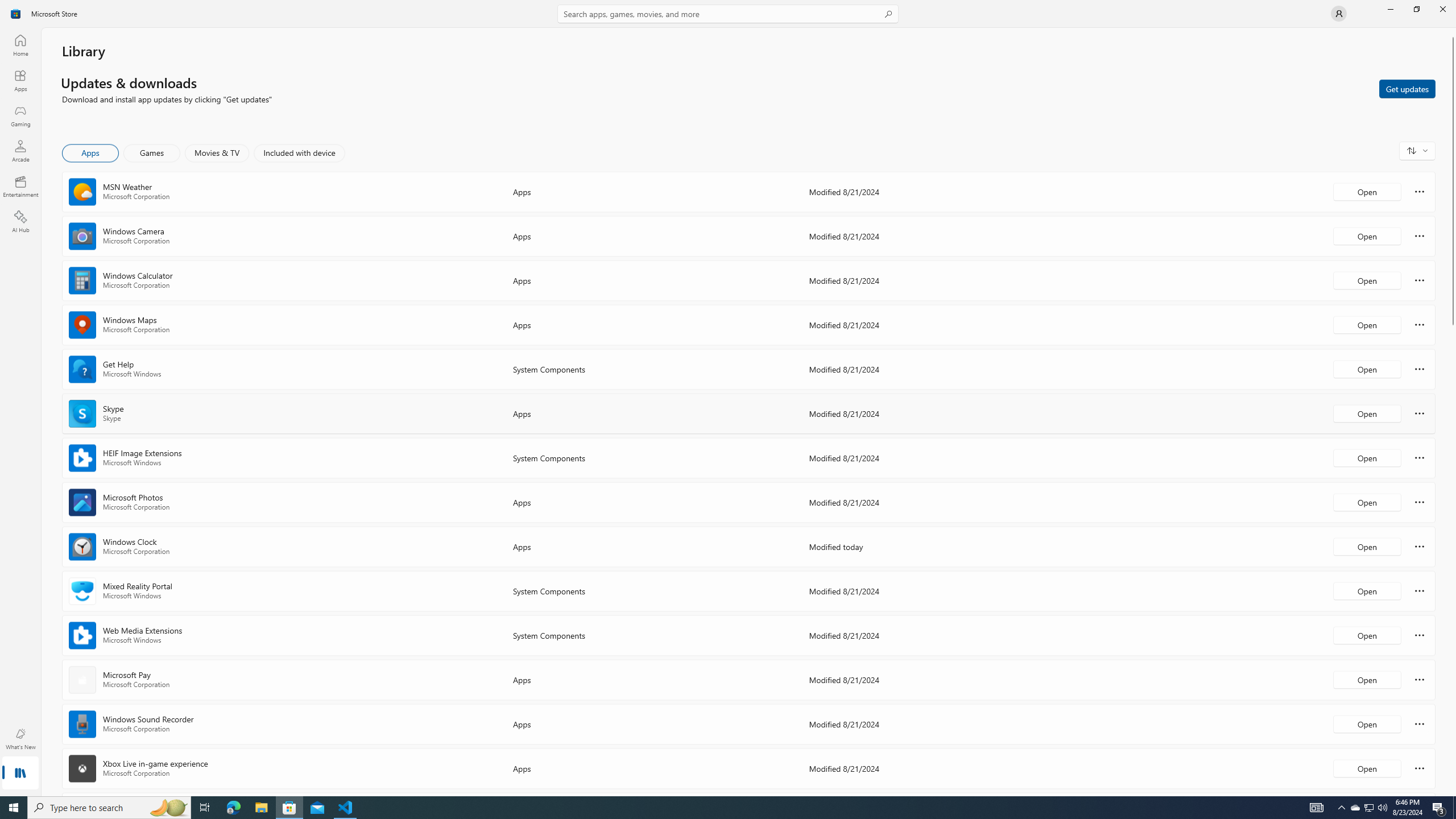  Describe the element at coordinates (216, 152) in the screenshot. I see `'Movies & TV'` at that location.